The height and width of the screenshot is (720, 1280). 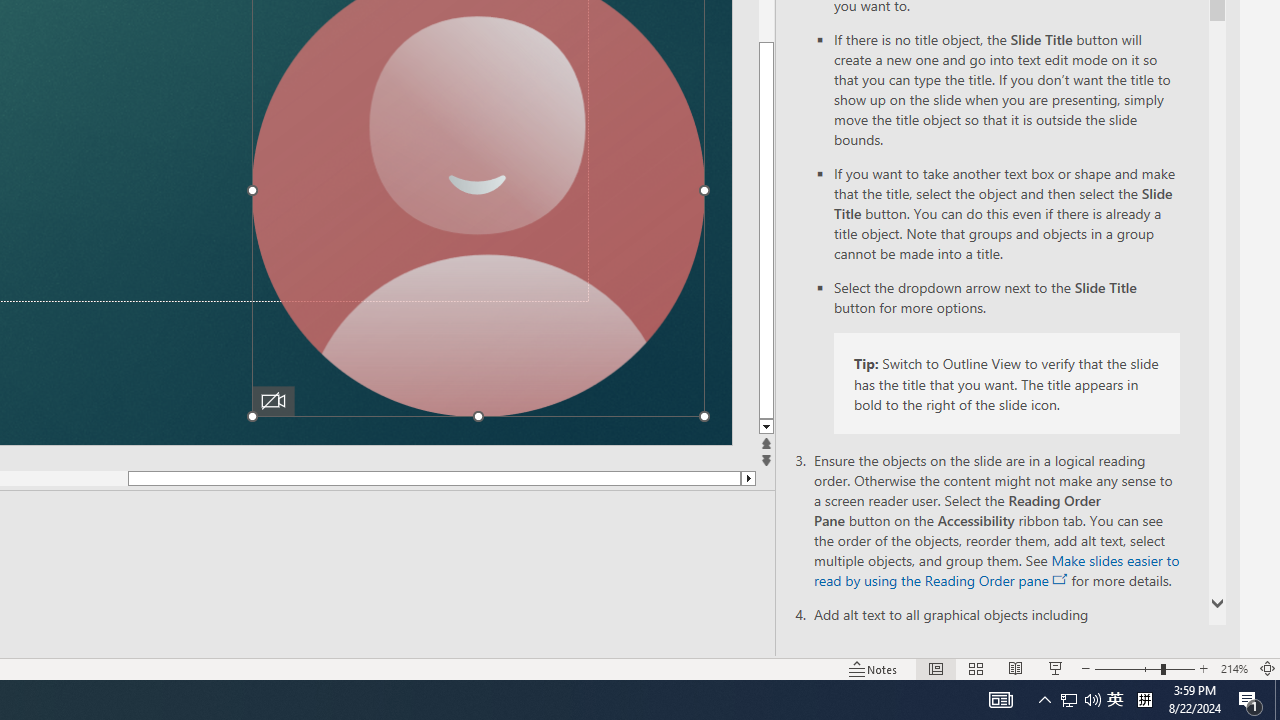 I want to click on 'Zoom Out', so click(x=1127, y=669).